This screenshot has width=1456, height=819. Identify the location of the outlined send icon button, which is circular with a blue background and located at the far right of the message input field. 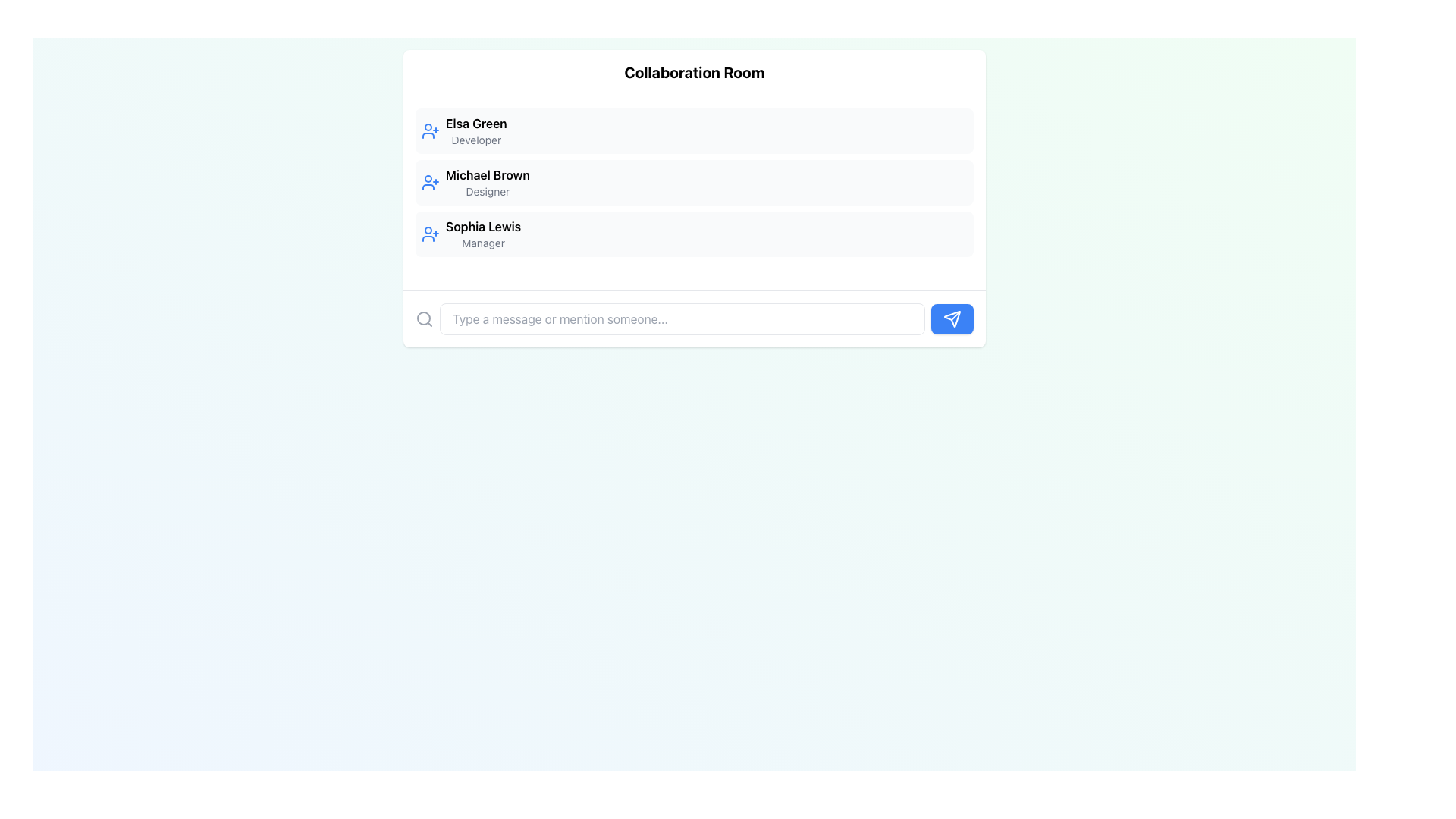
(952, 318).